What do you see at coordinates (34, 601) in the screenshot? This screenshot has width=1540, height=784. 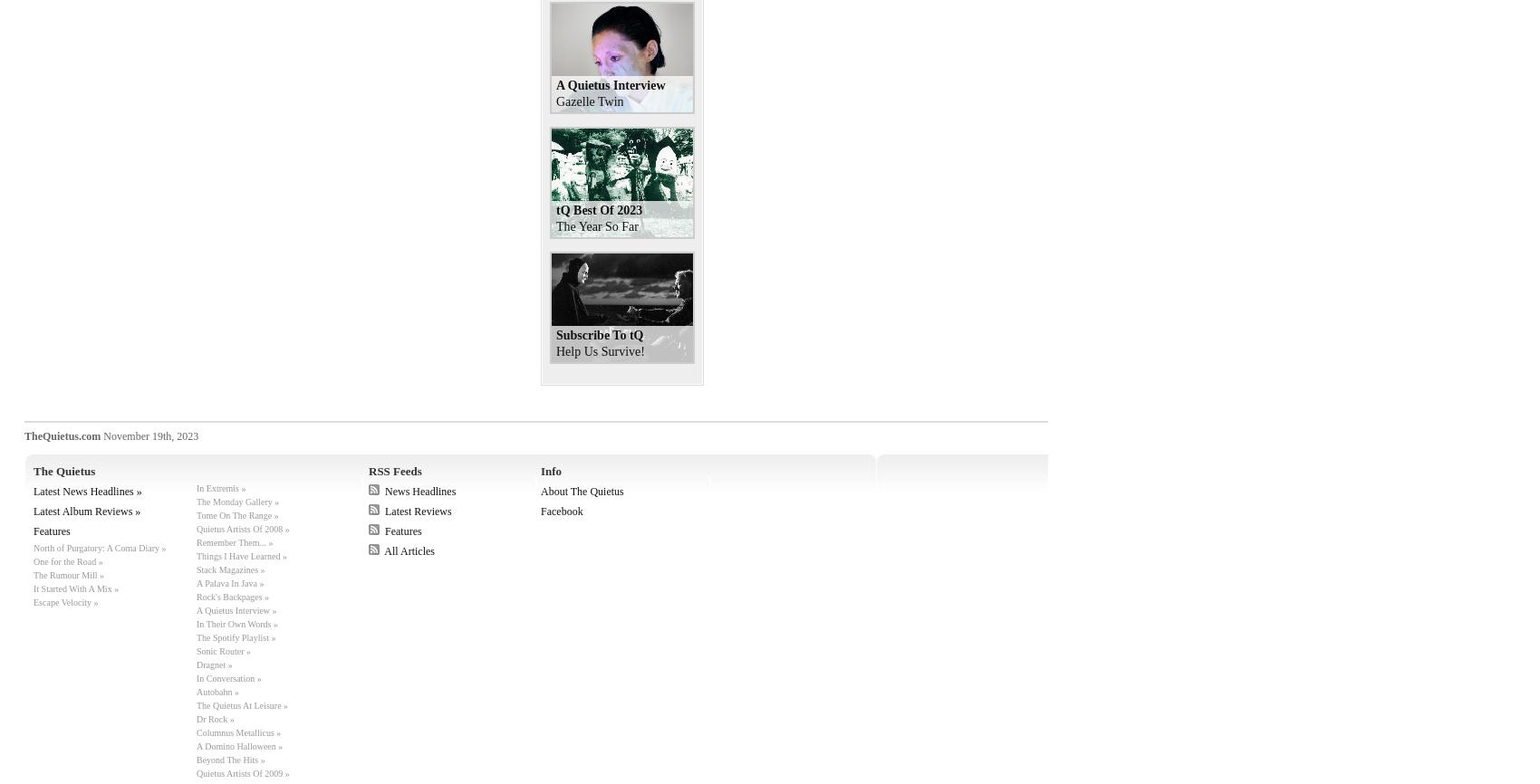 I see `'Escape Velocity »'` at bounding box center [34, 601].